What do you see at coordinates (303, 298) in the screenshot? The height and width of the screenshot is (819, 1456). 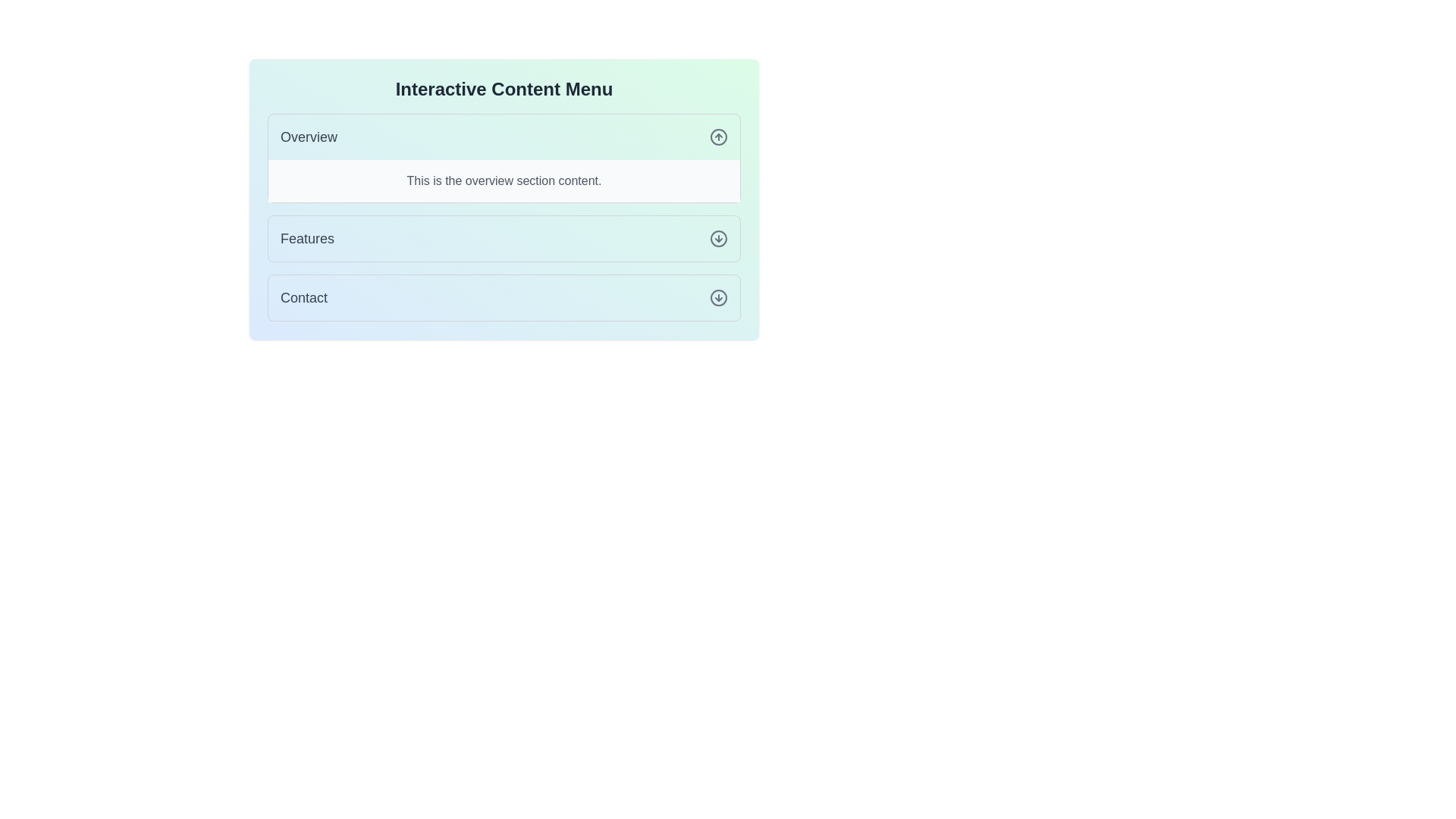 I see `the 'Contact' text label within the light blue rectangular background` at bounding box center [303, 298].